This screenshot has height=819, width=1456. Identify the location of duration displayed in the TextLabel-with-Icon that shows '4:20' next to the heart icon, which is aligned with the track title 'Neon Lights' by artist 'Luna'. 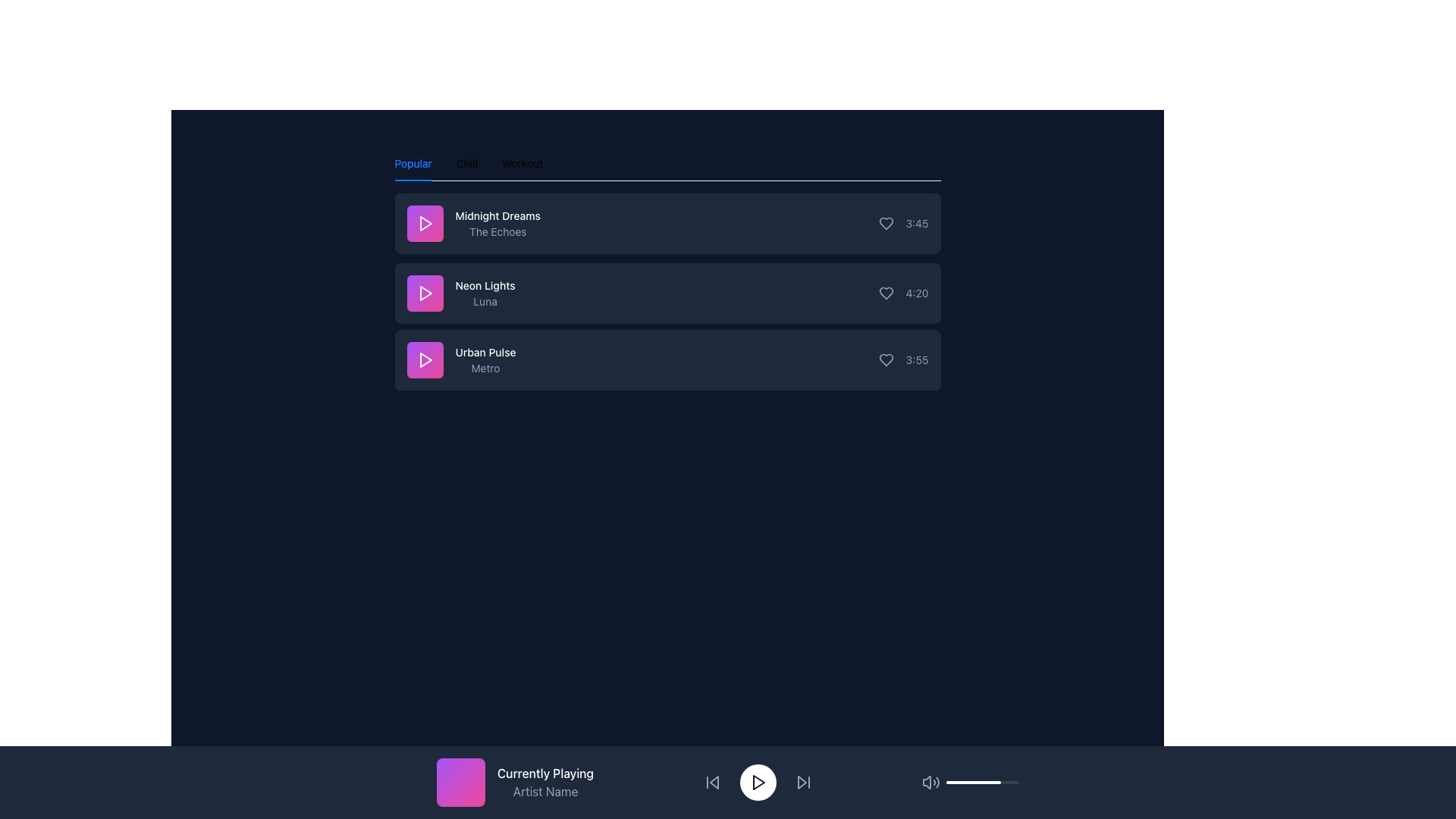
(903, 293).